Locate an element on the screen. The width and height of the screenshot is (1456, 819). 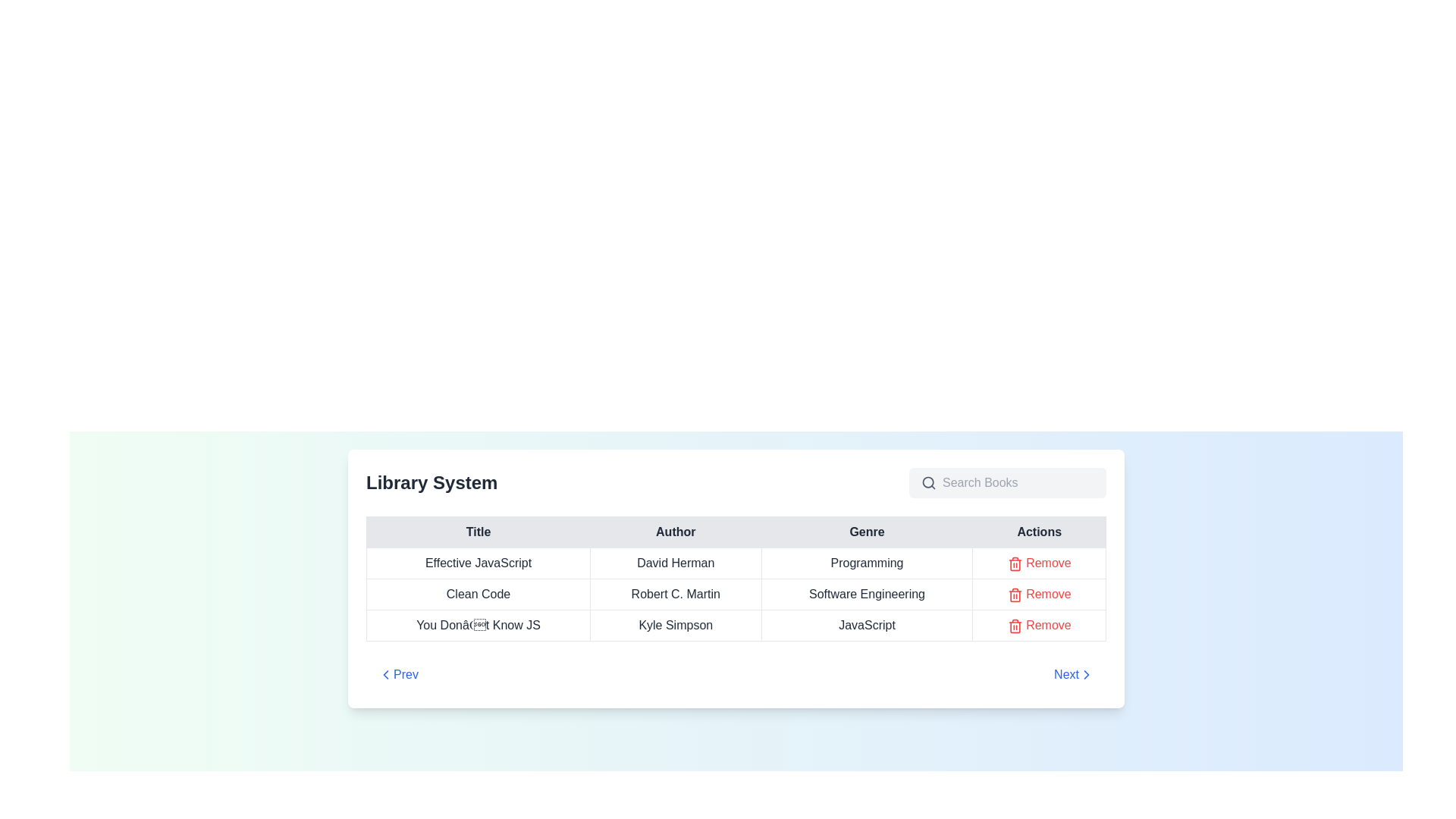
the remove button for 'Clean Code' by Robert C. Martin located in the rightmost column under the 'Actions' header is located at coordinates (1038, 593).